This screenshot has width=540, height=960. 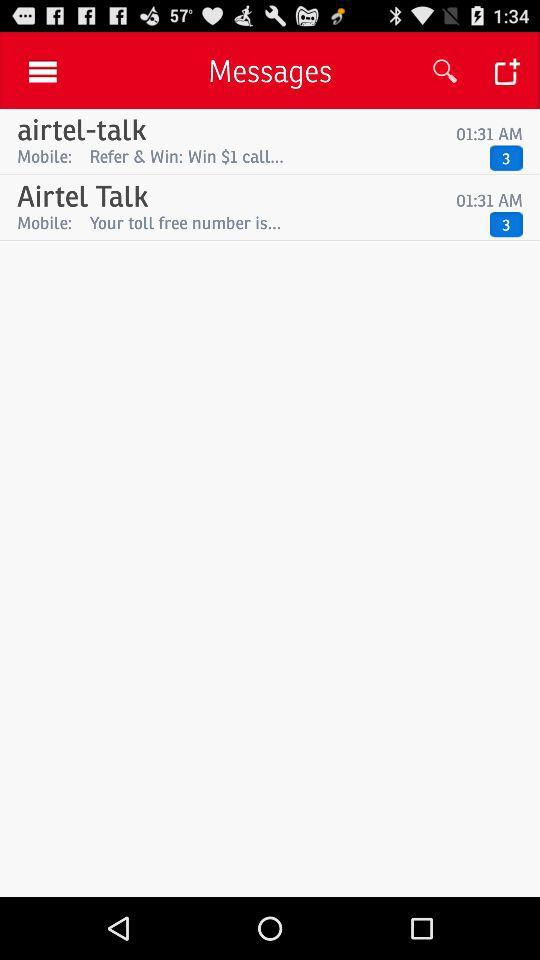 I want to click on refer win win icon, so click(x=284, y=155).